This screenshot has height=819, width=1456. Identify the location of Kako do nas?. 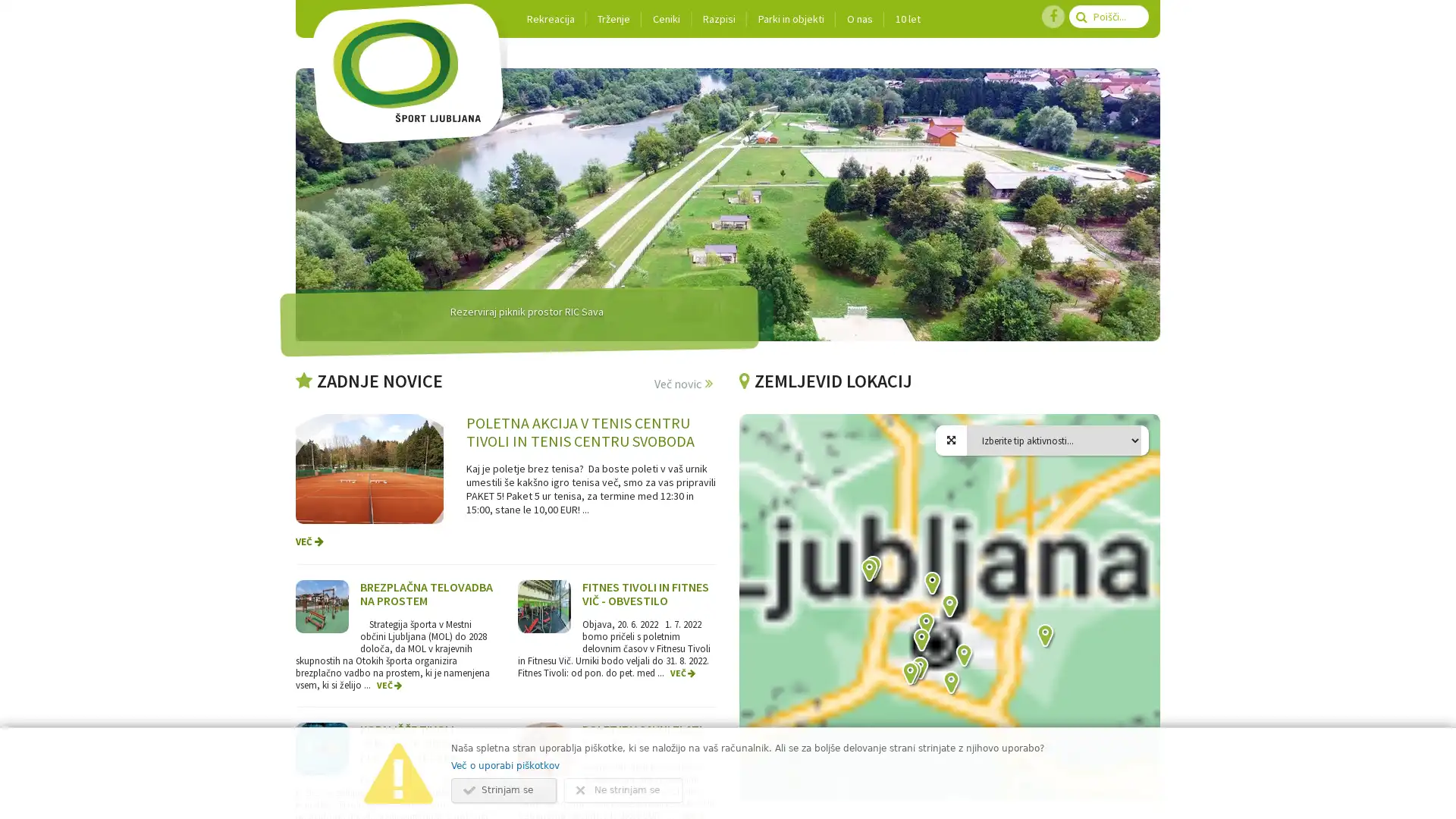
(949, 684).